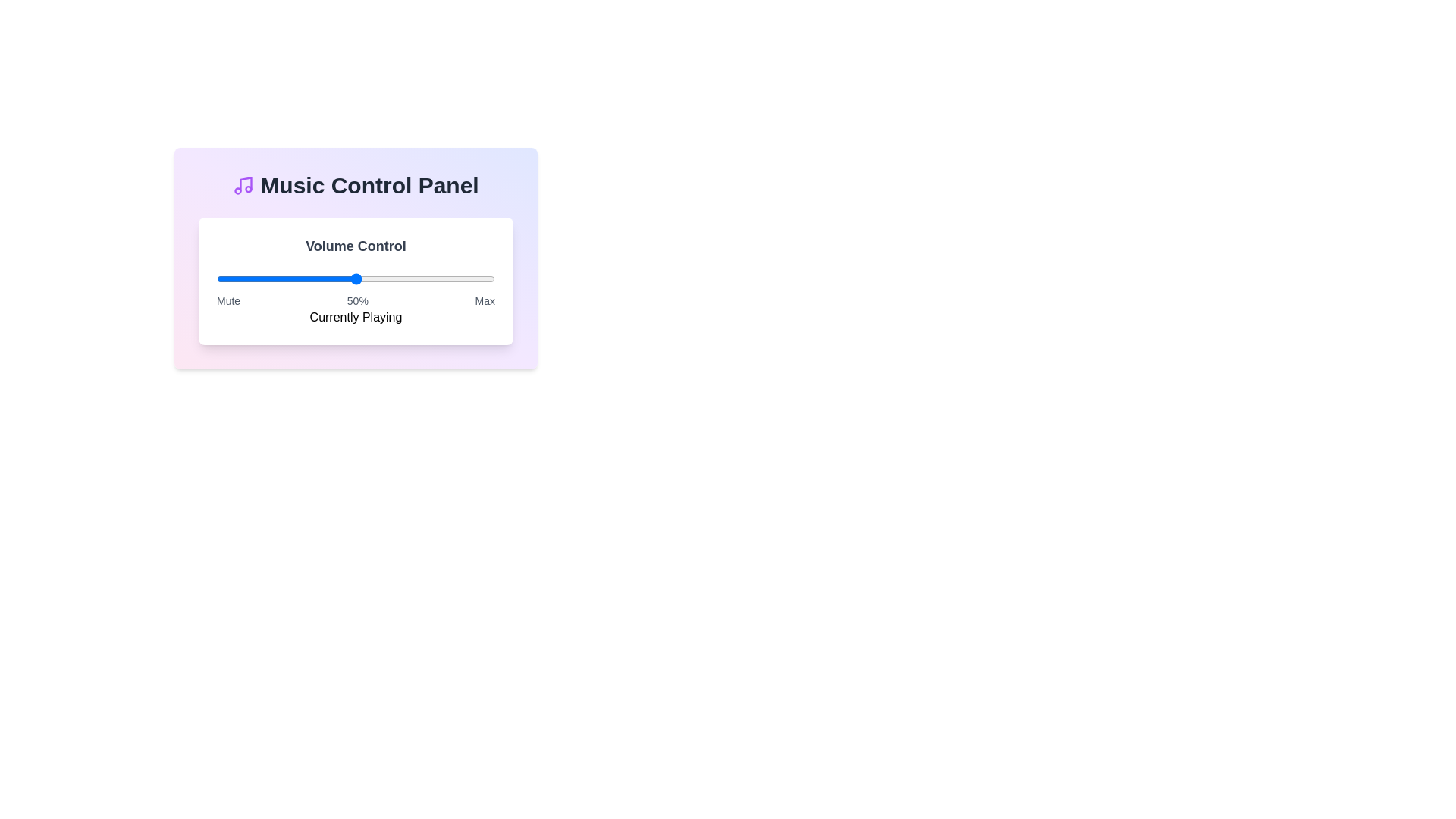 The height and width of the screenshot is (819, 1456). I want to click on the 'Volume Control' text to highlight it for further interaction, so click(355, 245).